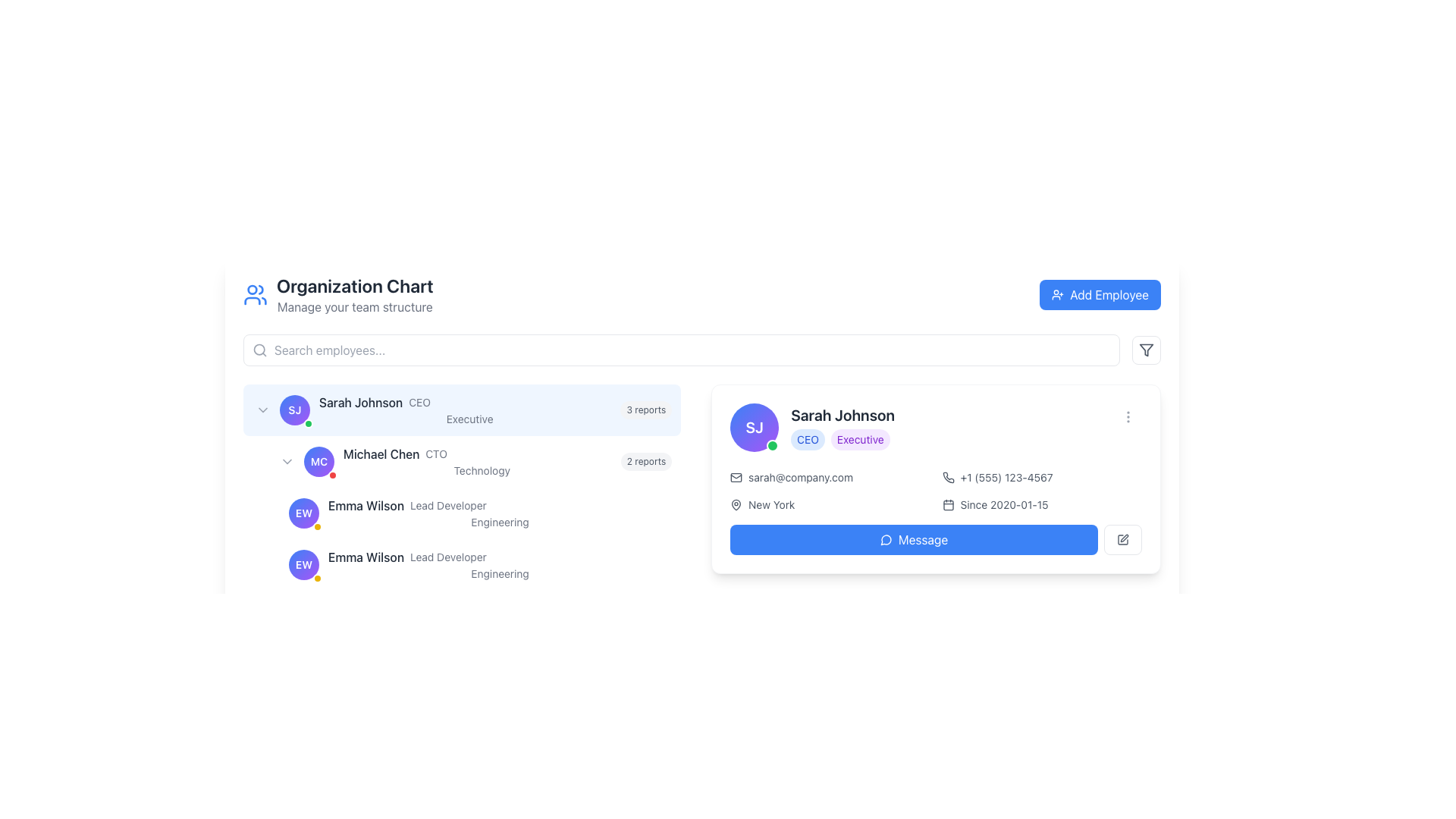 This screenshot has height=819, width=1456. What do you see at coordinates (481, 461) in the screenshot?
I see `the text display element showing 'Michael Chen', titled 'CTO' in the Technology department, within the organizational chart` at bounding box center [481, 461].